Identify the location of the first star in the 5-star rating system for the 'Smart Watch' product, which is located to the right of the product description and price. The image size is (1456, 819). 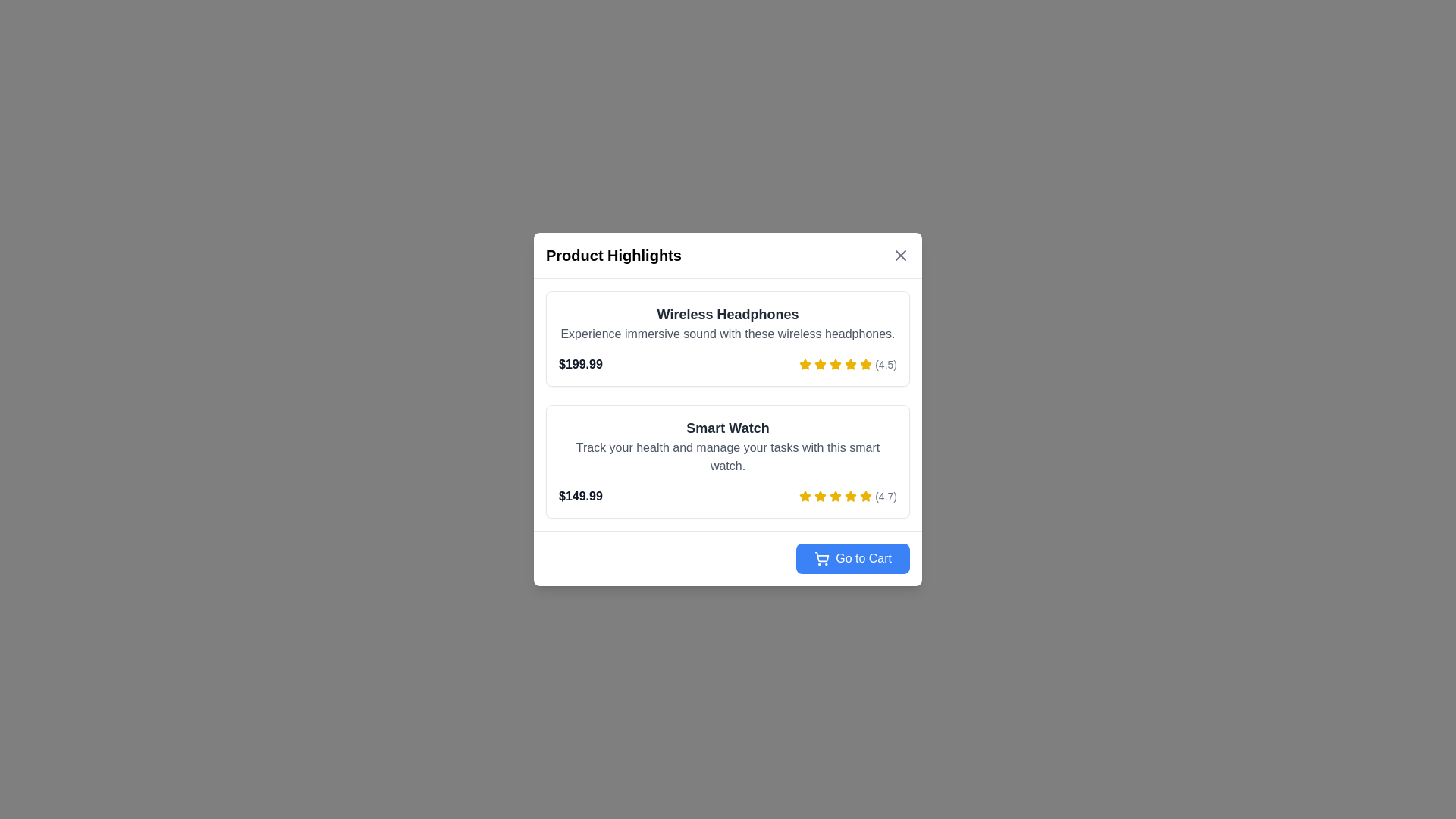
(805, 497).